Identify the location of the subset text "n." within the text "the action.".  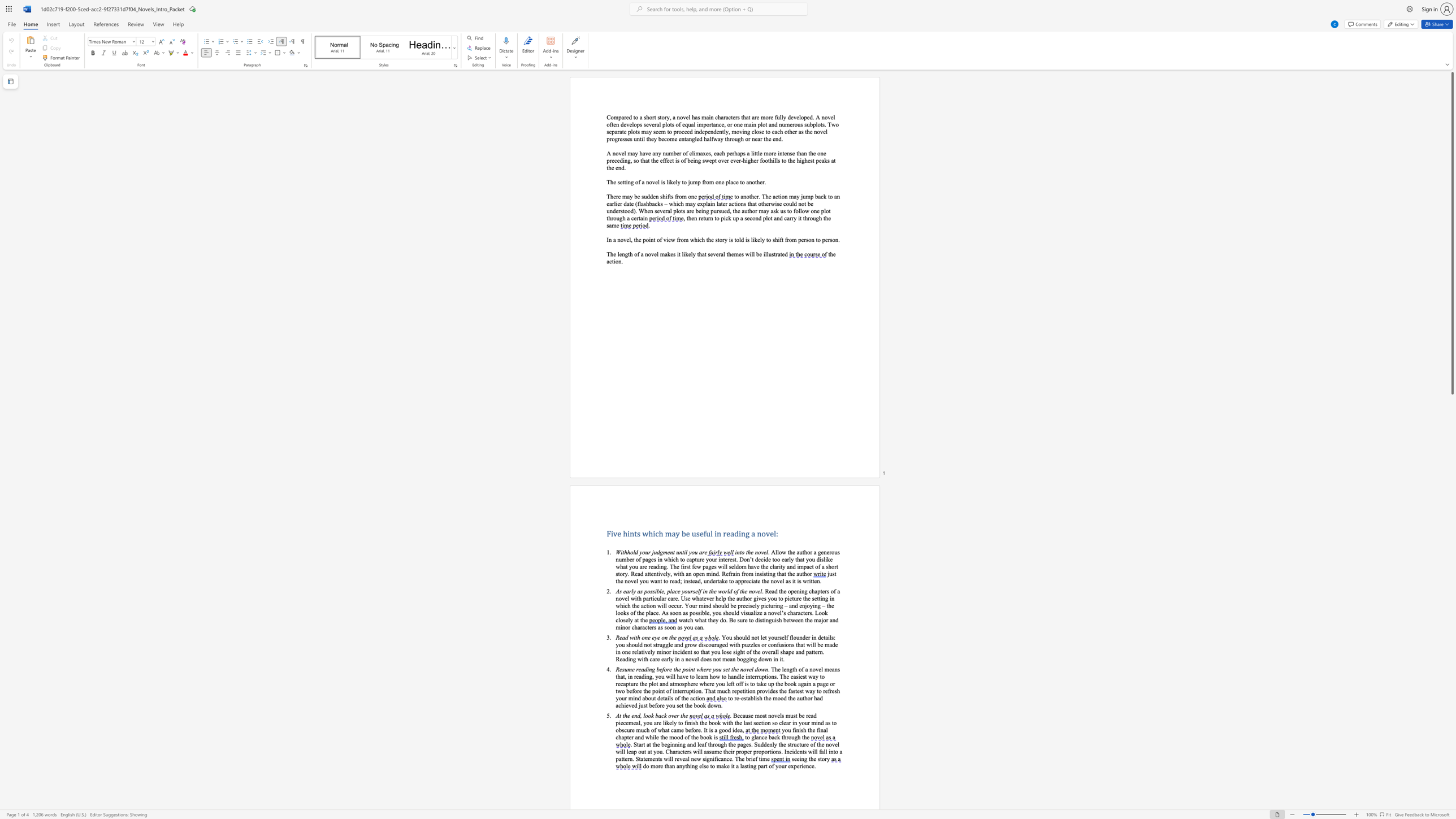
(618, 261).